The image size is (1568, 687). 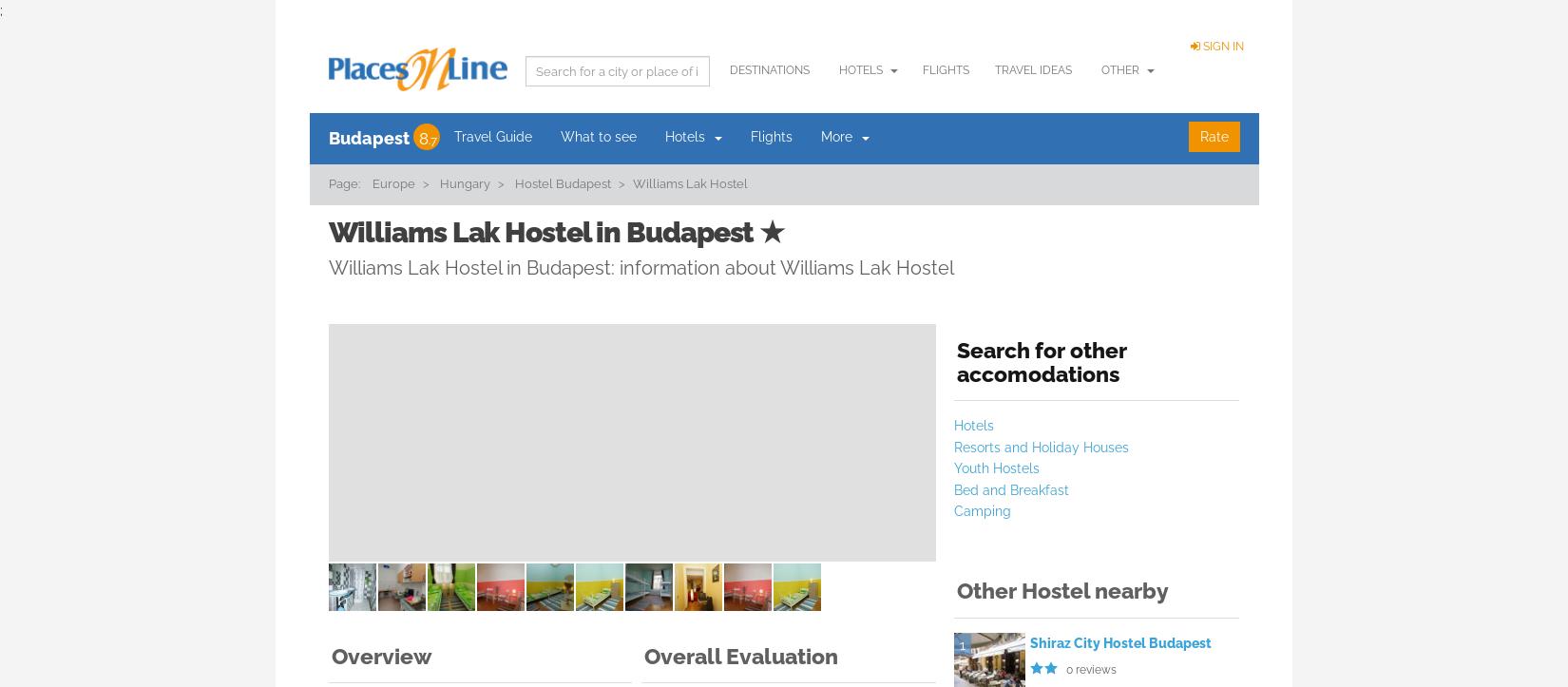 What do you see at coordinates (343, 183) in the screenshot?
I see `'Page:'` at bounding box center [343, 183].